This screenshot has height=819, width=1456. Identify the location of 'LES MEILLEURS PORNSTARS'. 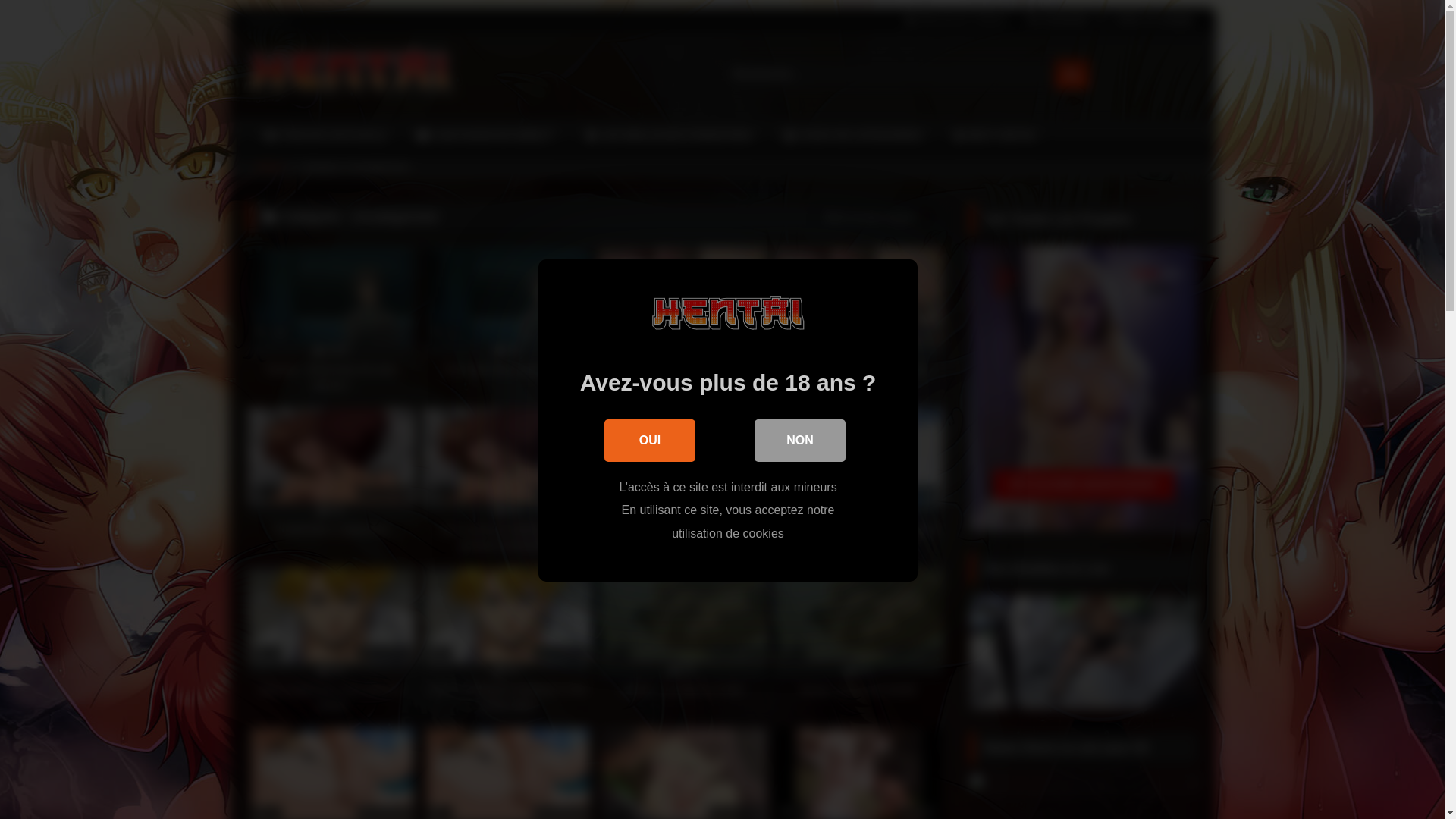
(668, 134).